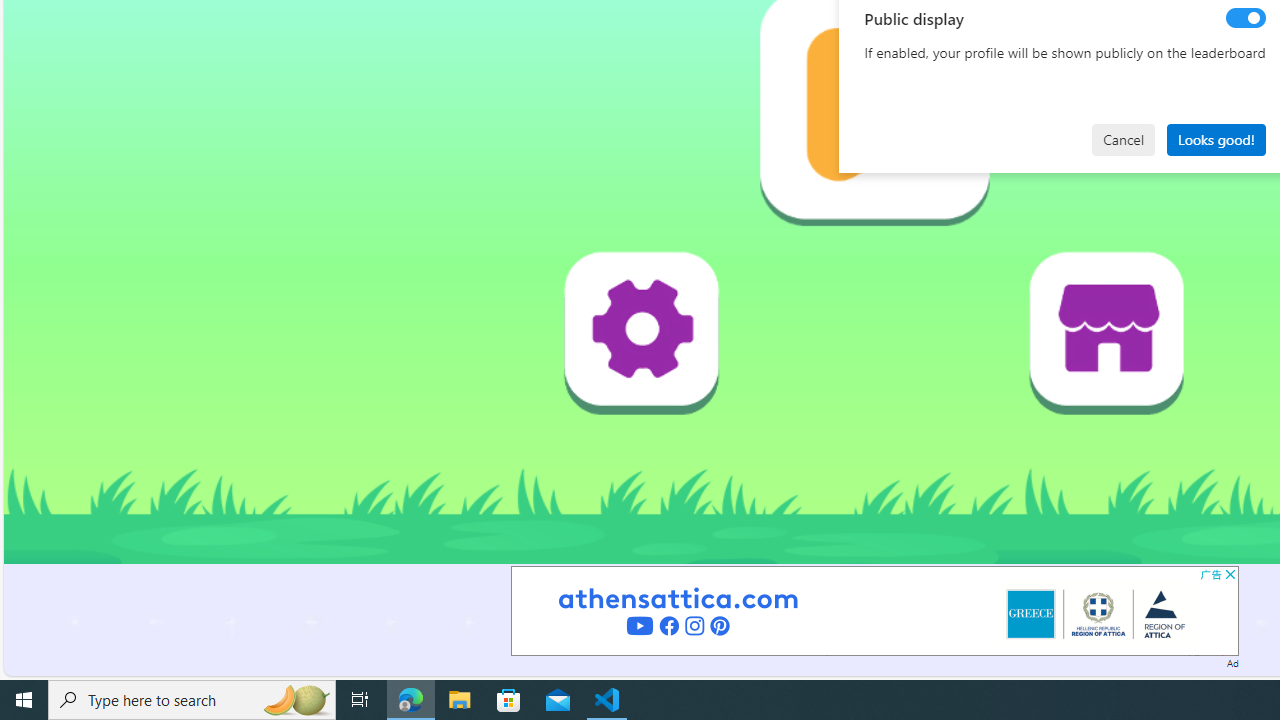 This screenshot has width=1280, height=720. Describe the element at coordinates (459, 698) in the screenshot. I see `'File Explorer'` at that location.